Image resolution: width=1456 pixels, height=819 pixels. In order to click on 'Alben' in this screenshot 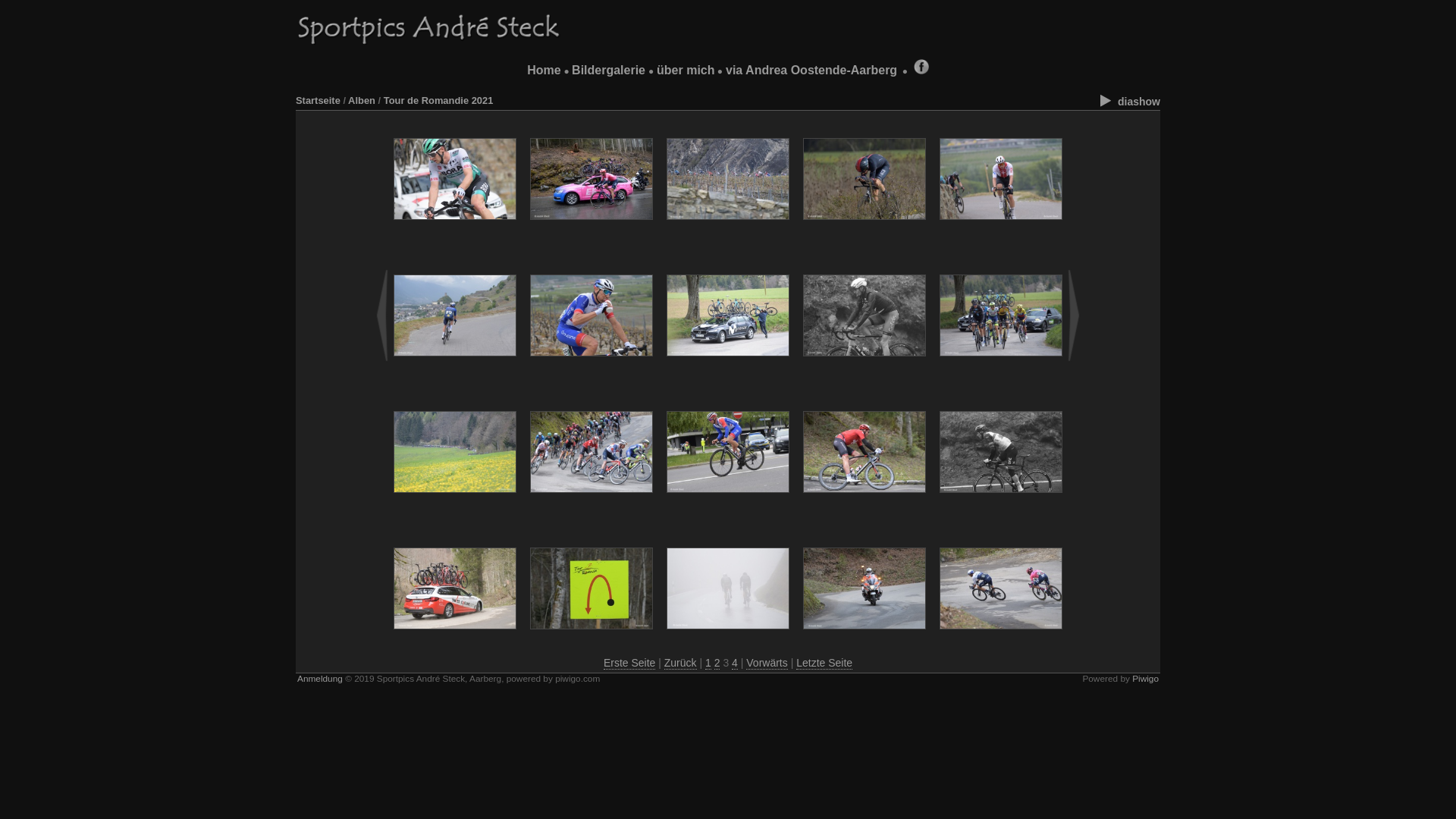, I will do `click(360, 100)`.